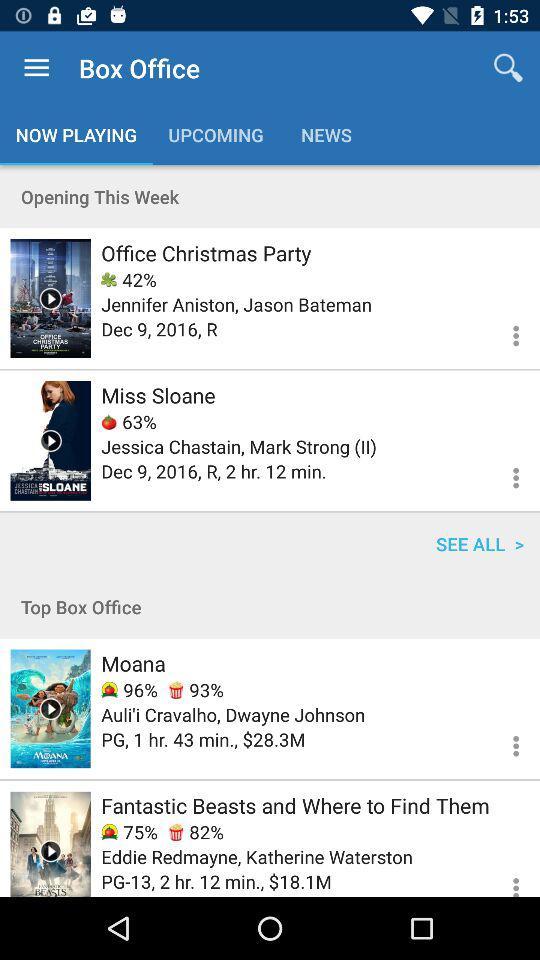  Describe the element at coordinates (129, 690) in the screenshot. I see `the item next to the 93% item` at that location.